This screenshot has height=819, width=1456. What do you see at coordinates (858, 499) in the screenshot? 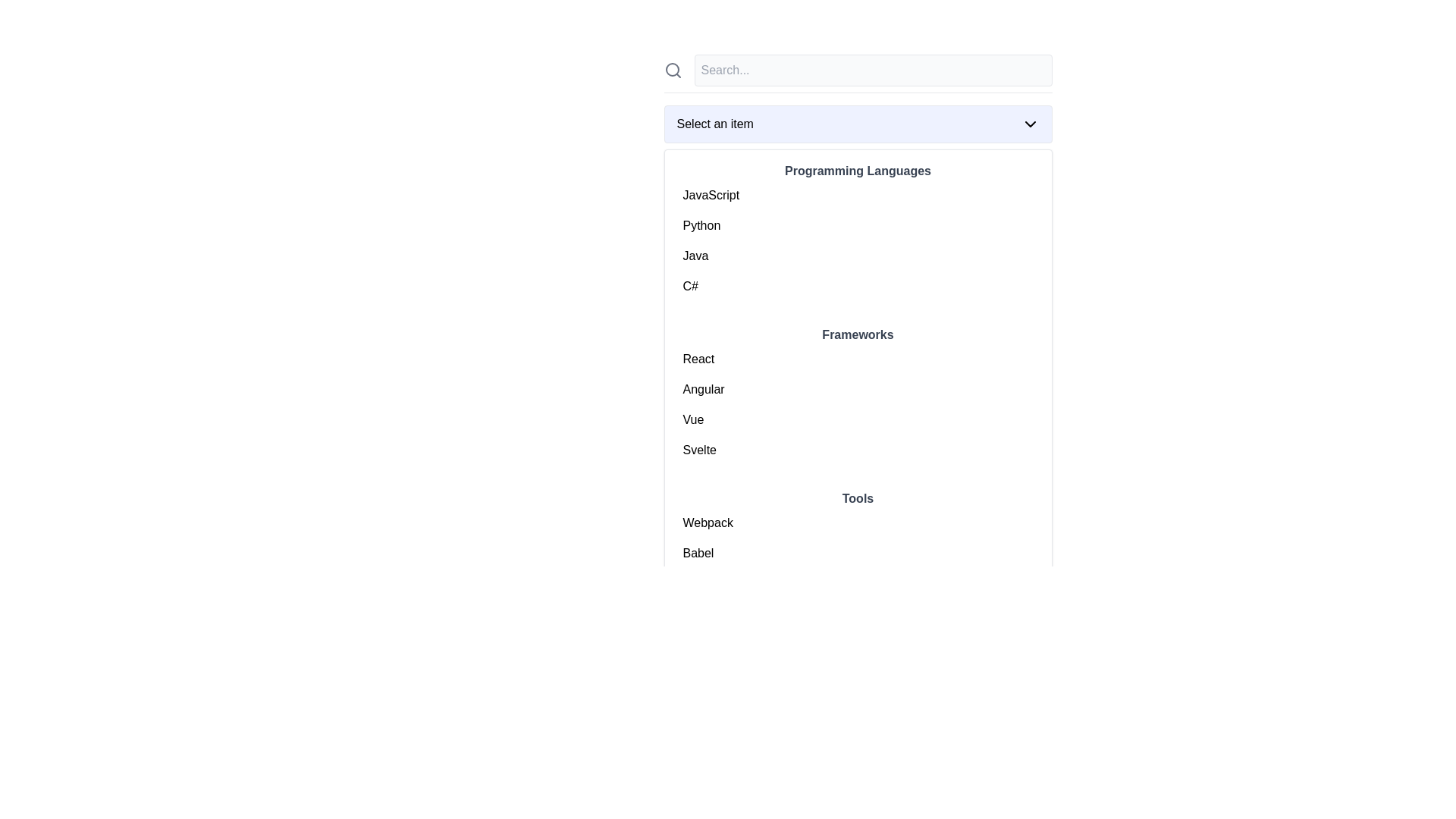
I see `the static text element that serves as the header for the tools or utilities section, located above the 'Webpack' entry` at bounding box center [858, 499].